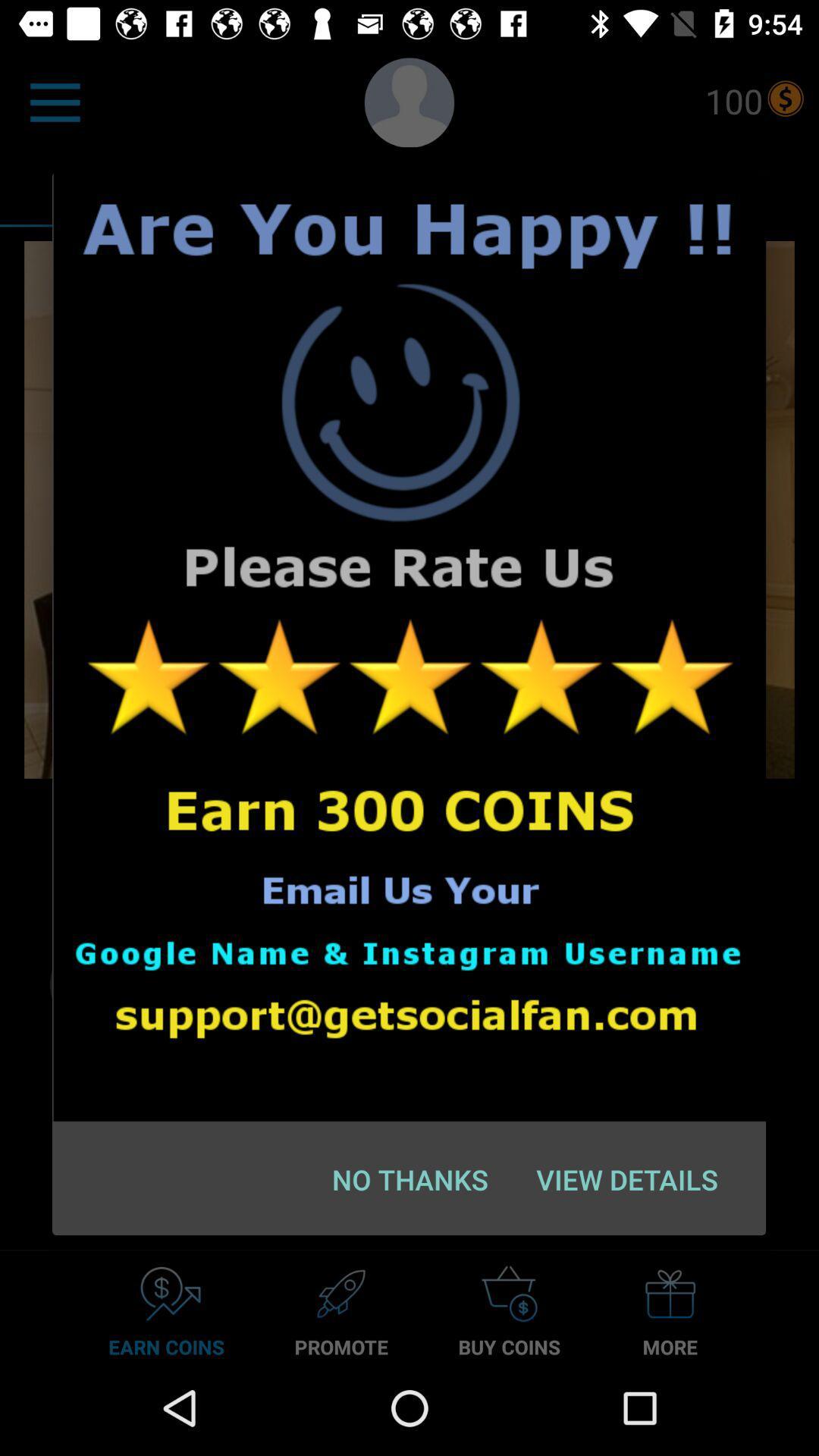 The width and height of the screenshot is (819, 1456). Describe the element at coordinates (410, 1178) in the screenshot. I see `no thanks at the bottom` at that location.